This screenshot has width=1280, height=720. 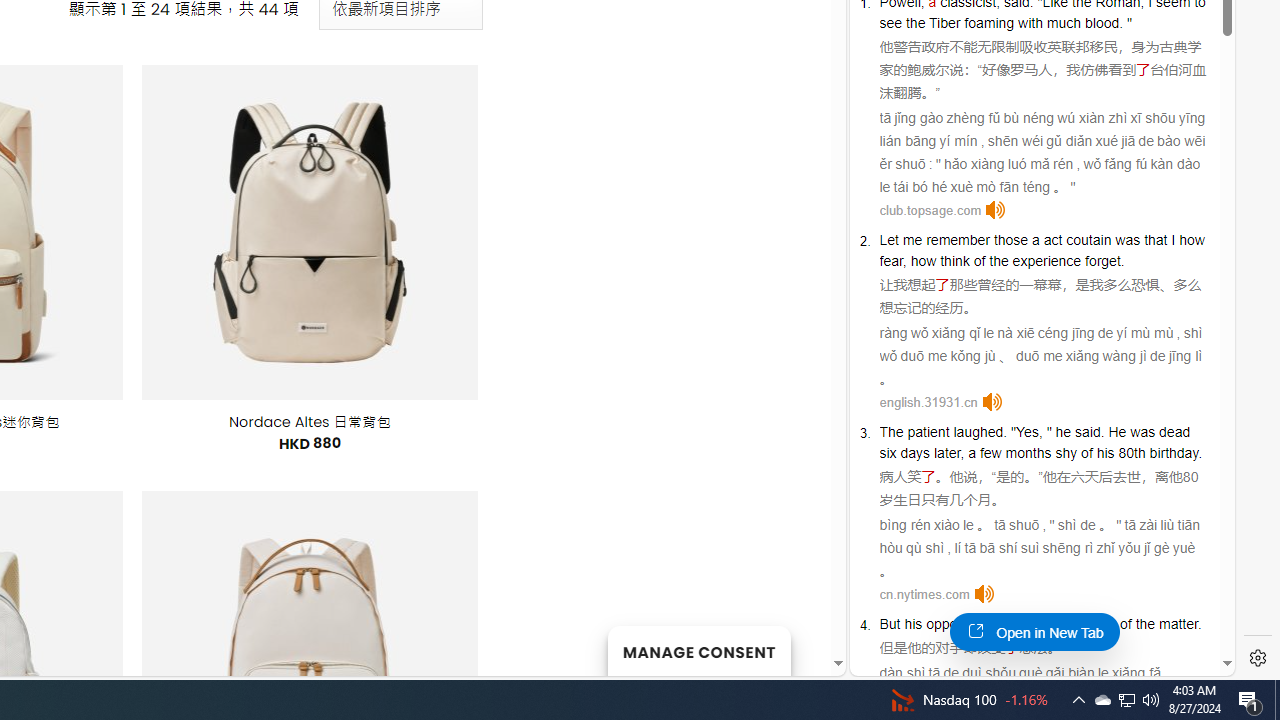 What do you see at coordinates (1101, 23) in the screenshot?
I see `'blood'` at bounding box center [1101, 23].